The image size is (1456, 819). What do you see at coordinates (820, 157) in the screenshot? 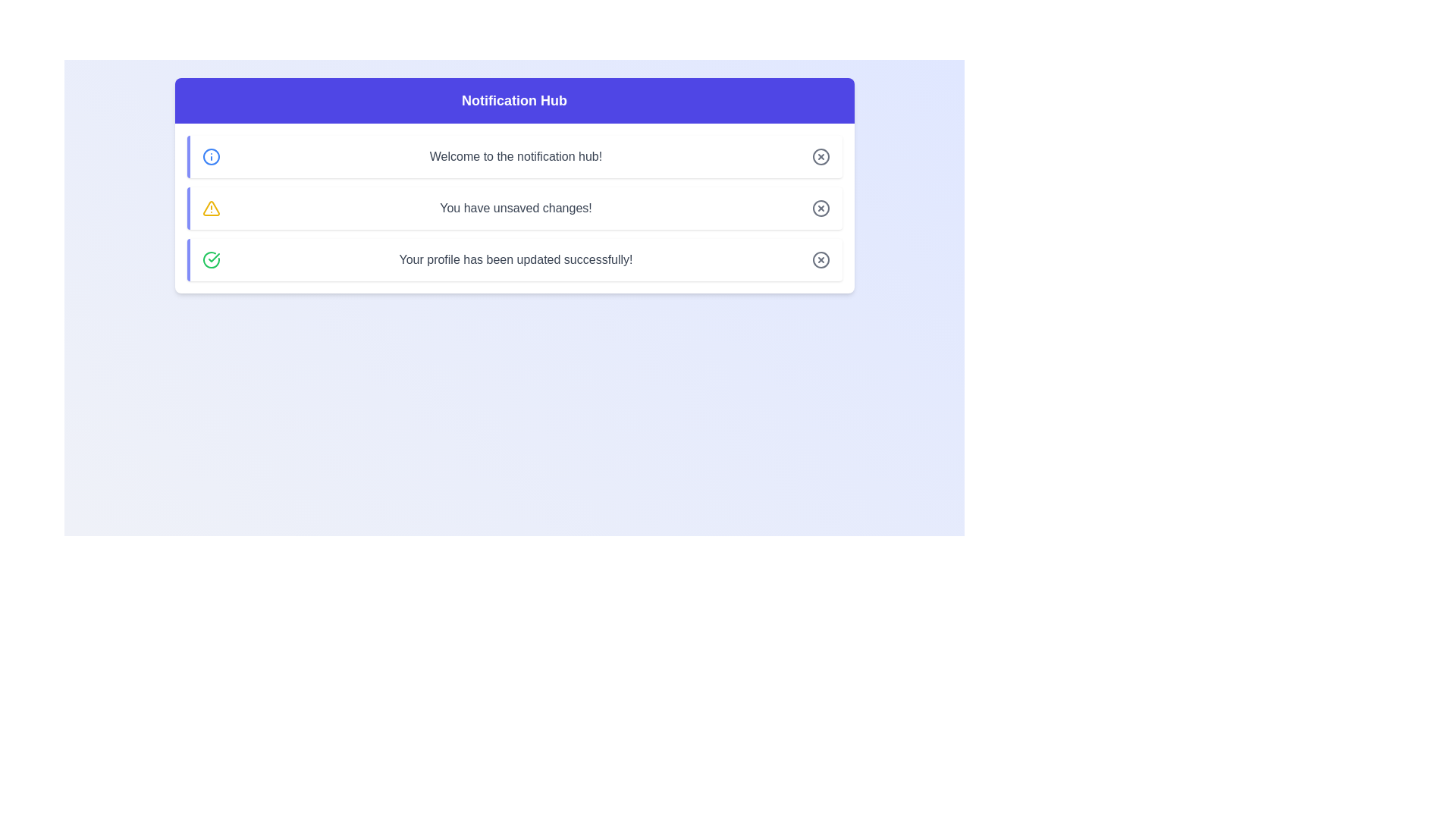
I see `the circular vector graphic with a thin stroke, located inside the 'X' mark icon at the far right of the first notification entry labeled 'Welcome to the notification hub!'` at bounding box center [820, 157].